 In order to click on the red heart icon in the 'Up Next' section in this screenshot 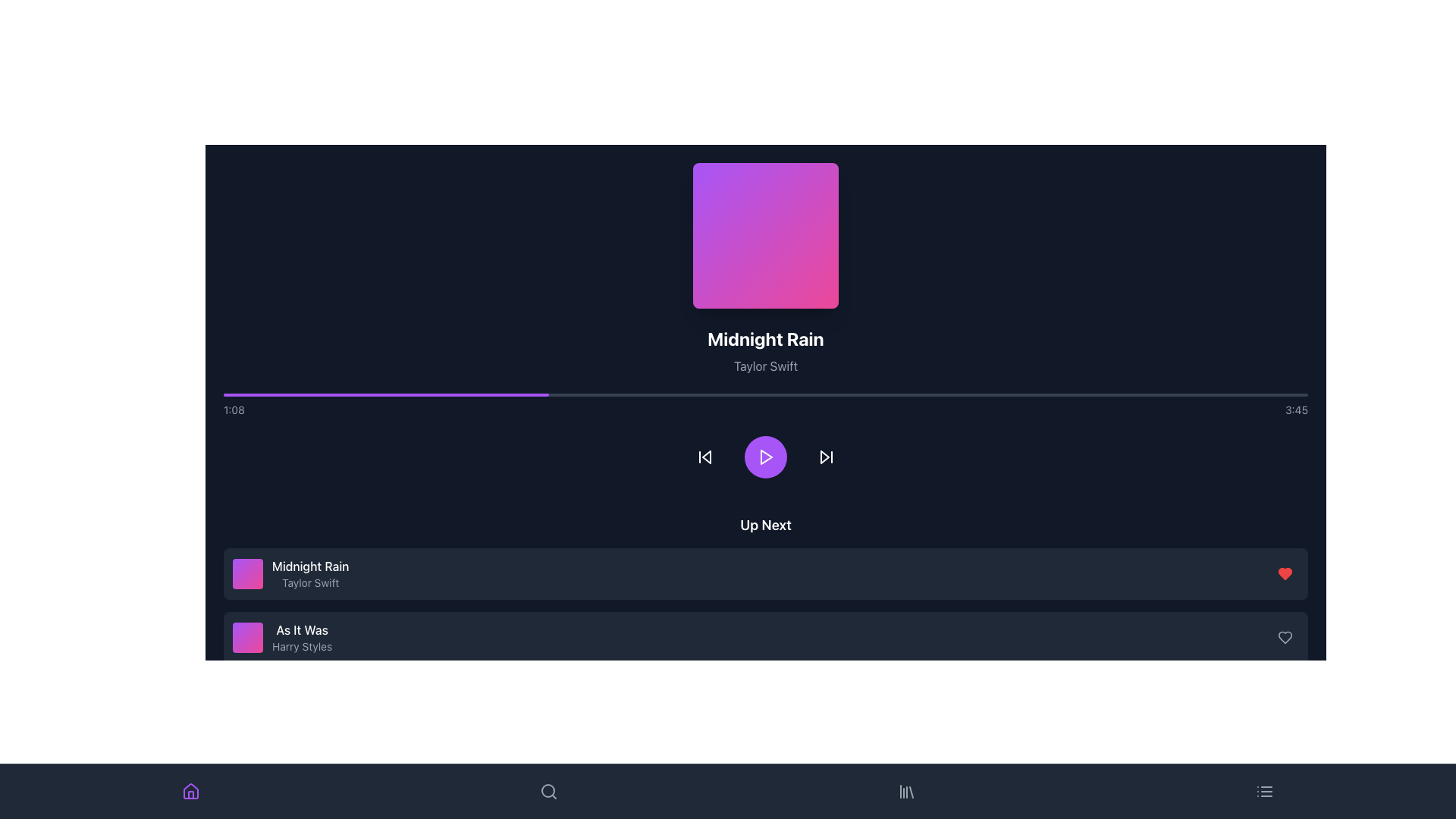, I will do `click(1284, 573)`.